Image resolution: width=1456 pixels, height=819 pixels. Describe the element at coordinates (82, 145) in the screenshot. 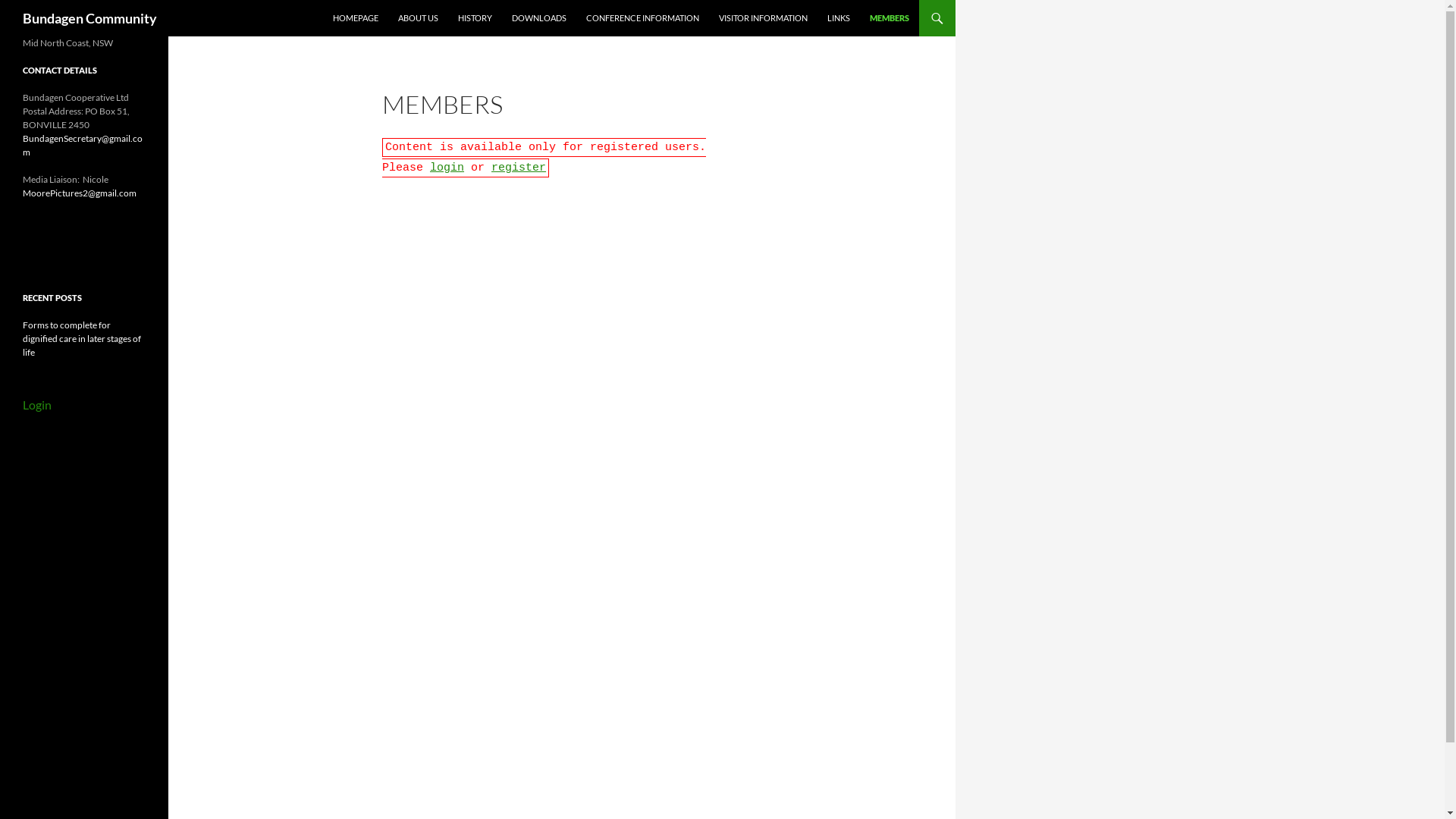

I see `'BundagenSecretary@gmail.com'` at that location.